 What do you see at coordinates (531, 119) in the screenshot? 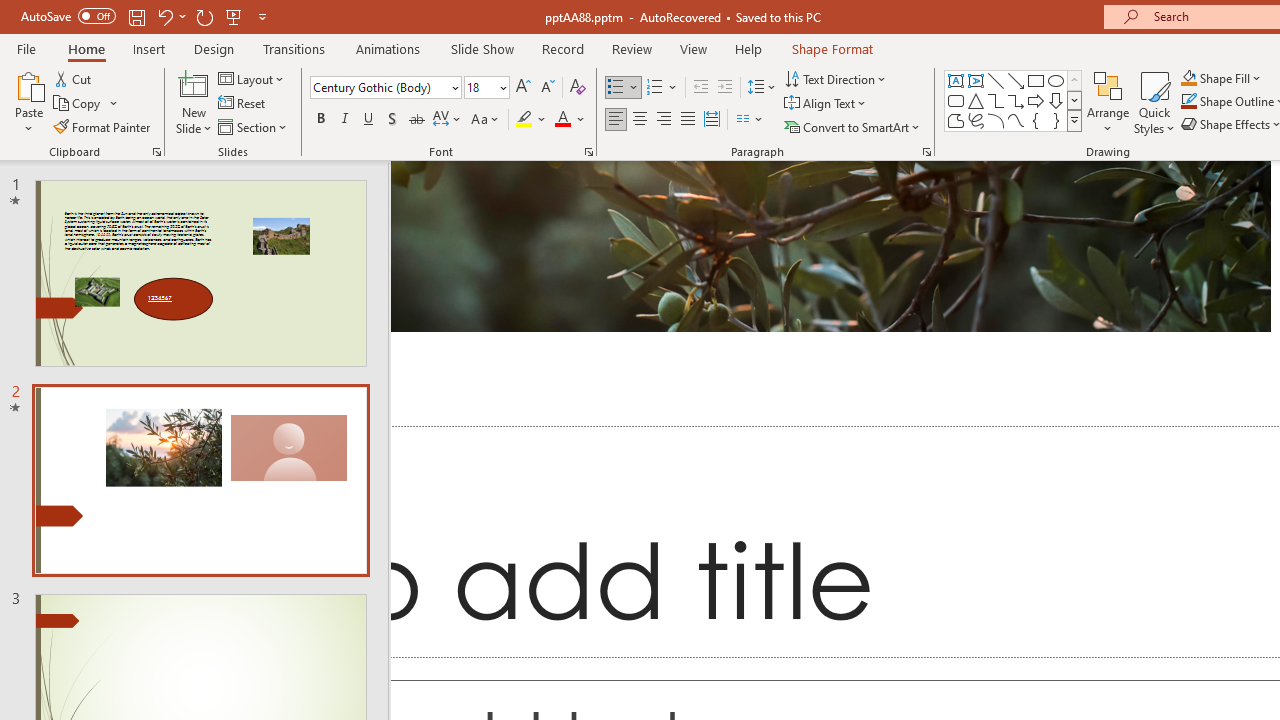
I see `'Text Highlight Color'` at bounding box center [531, 119].